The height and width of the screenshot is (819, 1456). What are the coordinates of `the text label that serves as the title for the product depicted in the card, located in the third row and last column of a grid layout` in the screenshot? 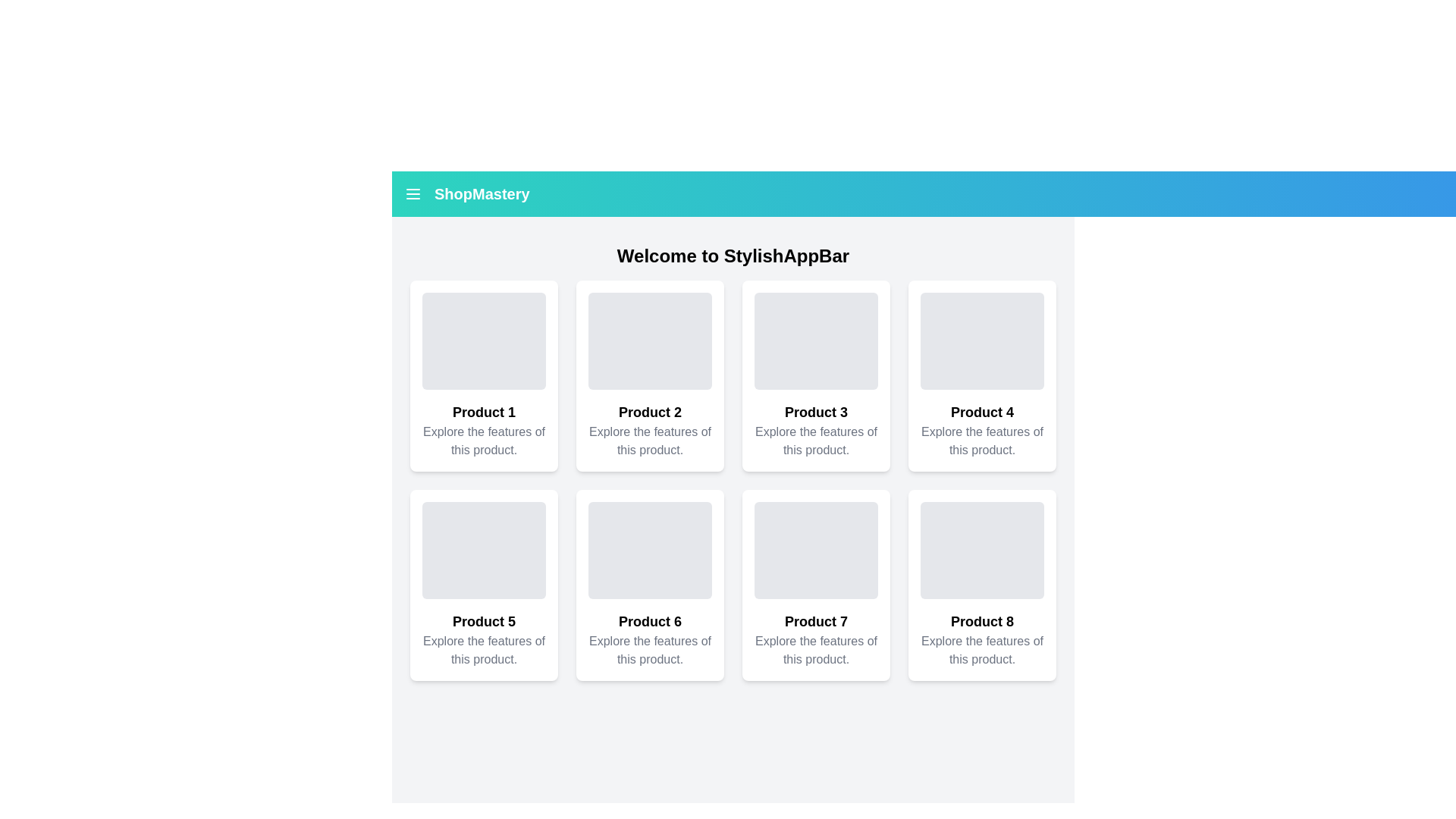 It's located at (982, 622).